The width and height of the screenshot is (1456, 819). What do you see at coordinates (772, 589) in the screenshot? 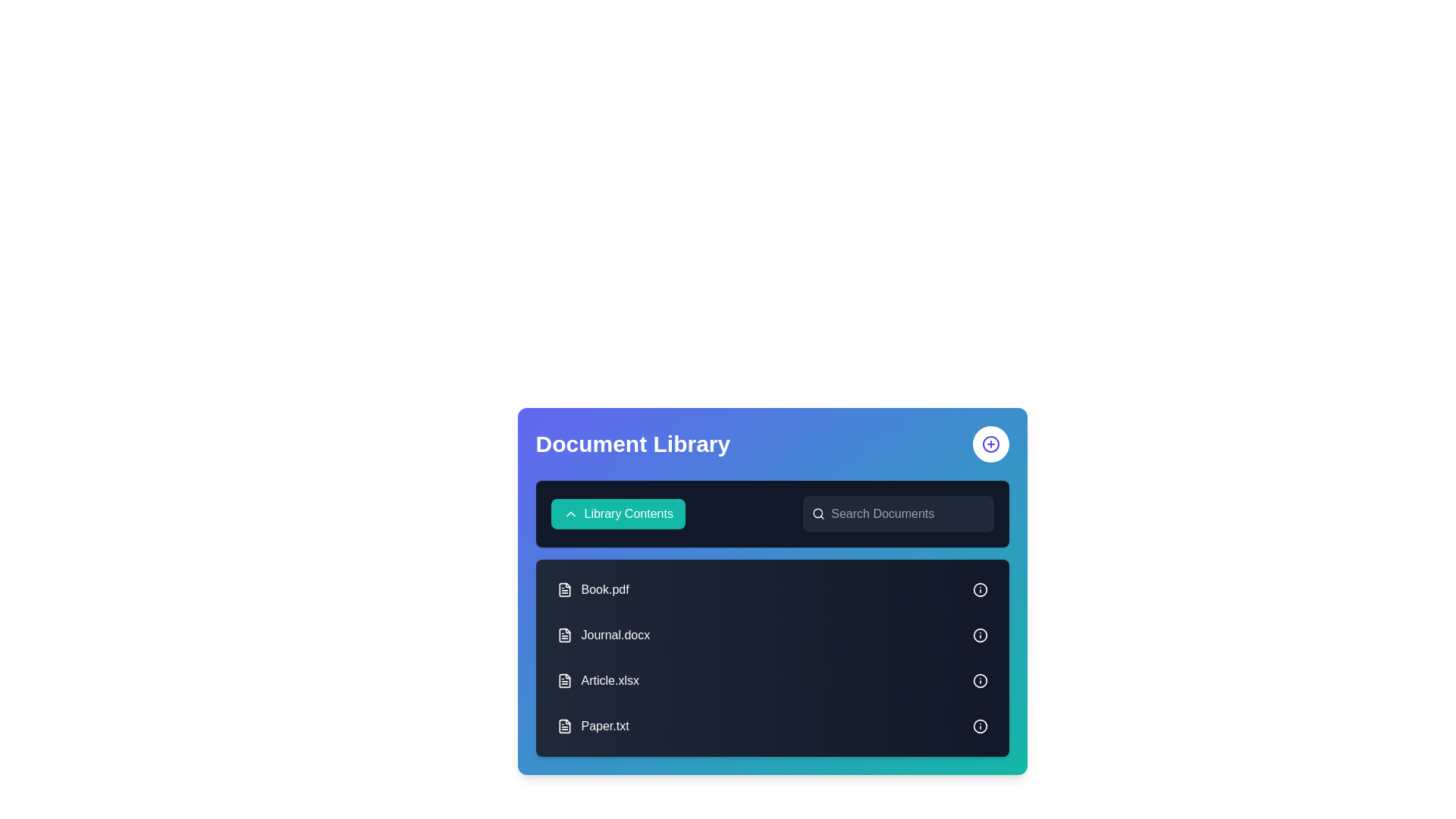
I see `the first list item displaying 'Book.pdf'` at bounding box center [772, 589].